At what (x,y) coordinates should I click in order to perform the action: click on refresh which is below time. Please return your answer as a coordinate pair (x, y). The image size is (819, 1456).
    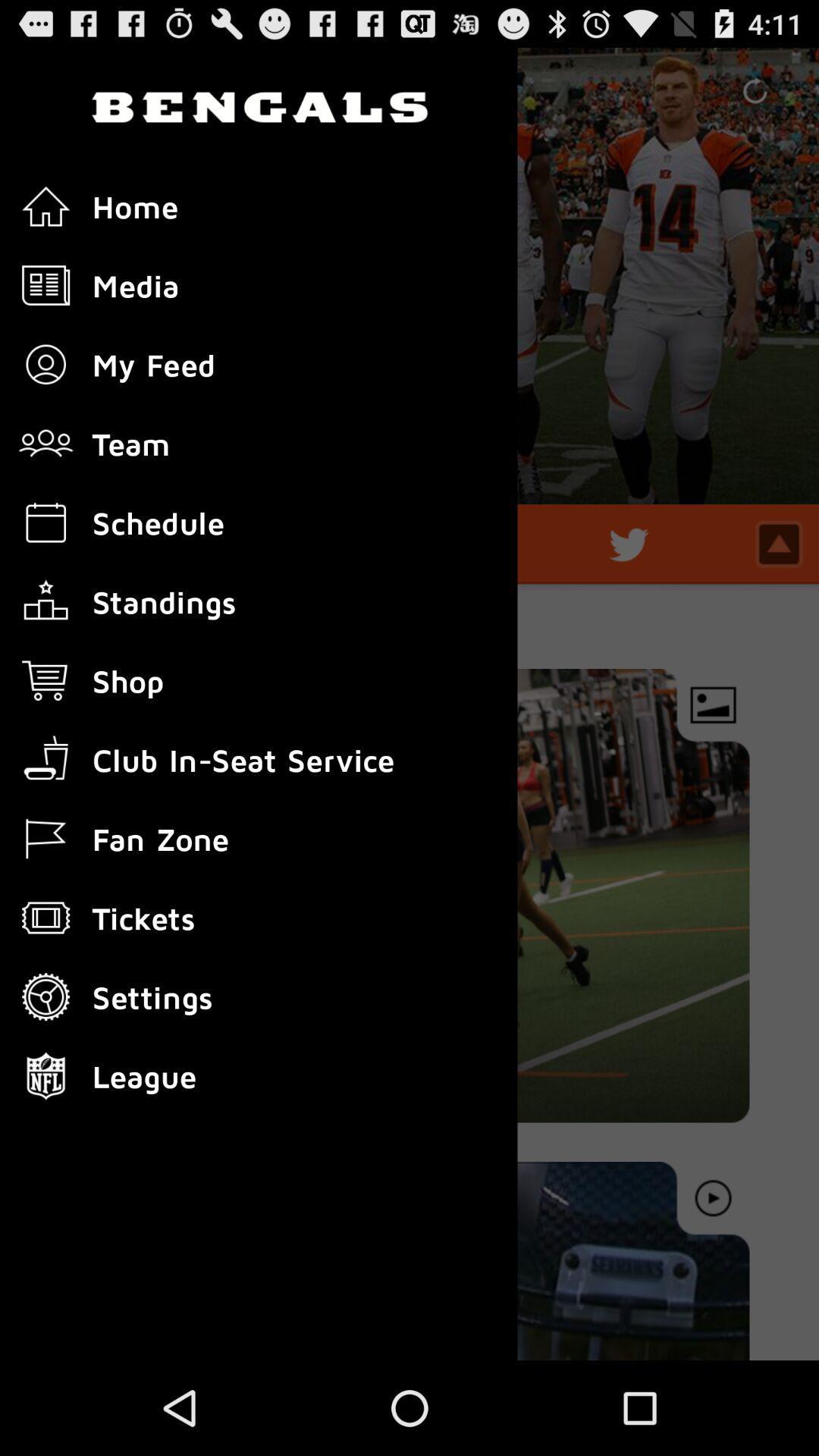
    Looking at the image, I should click on (755, 90).